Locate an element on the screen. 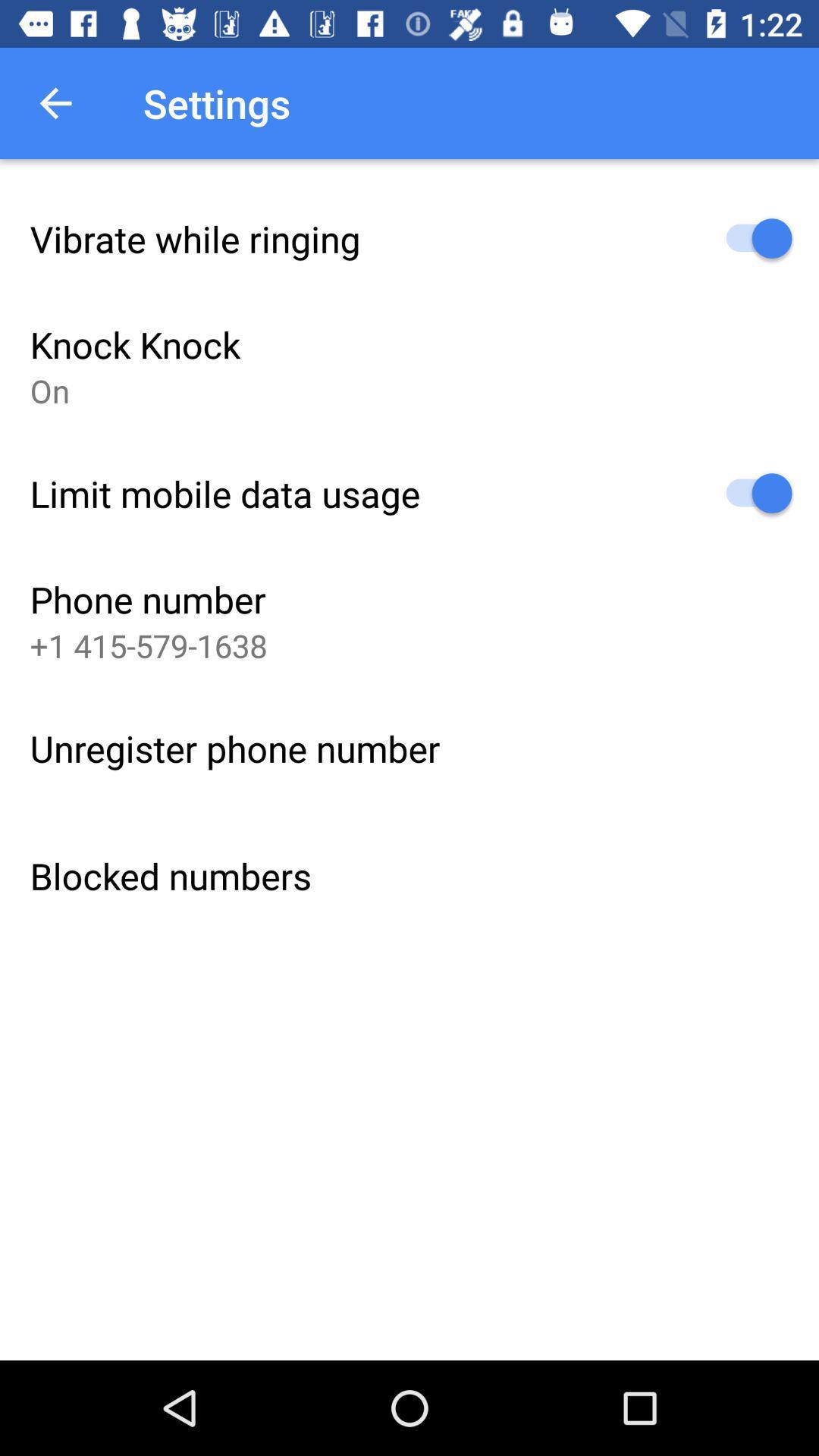 Image resolution: width=819 pixels, height=1456 pixels. item below phone number is located at coordinates (149, 645).